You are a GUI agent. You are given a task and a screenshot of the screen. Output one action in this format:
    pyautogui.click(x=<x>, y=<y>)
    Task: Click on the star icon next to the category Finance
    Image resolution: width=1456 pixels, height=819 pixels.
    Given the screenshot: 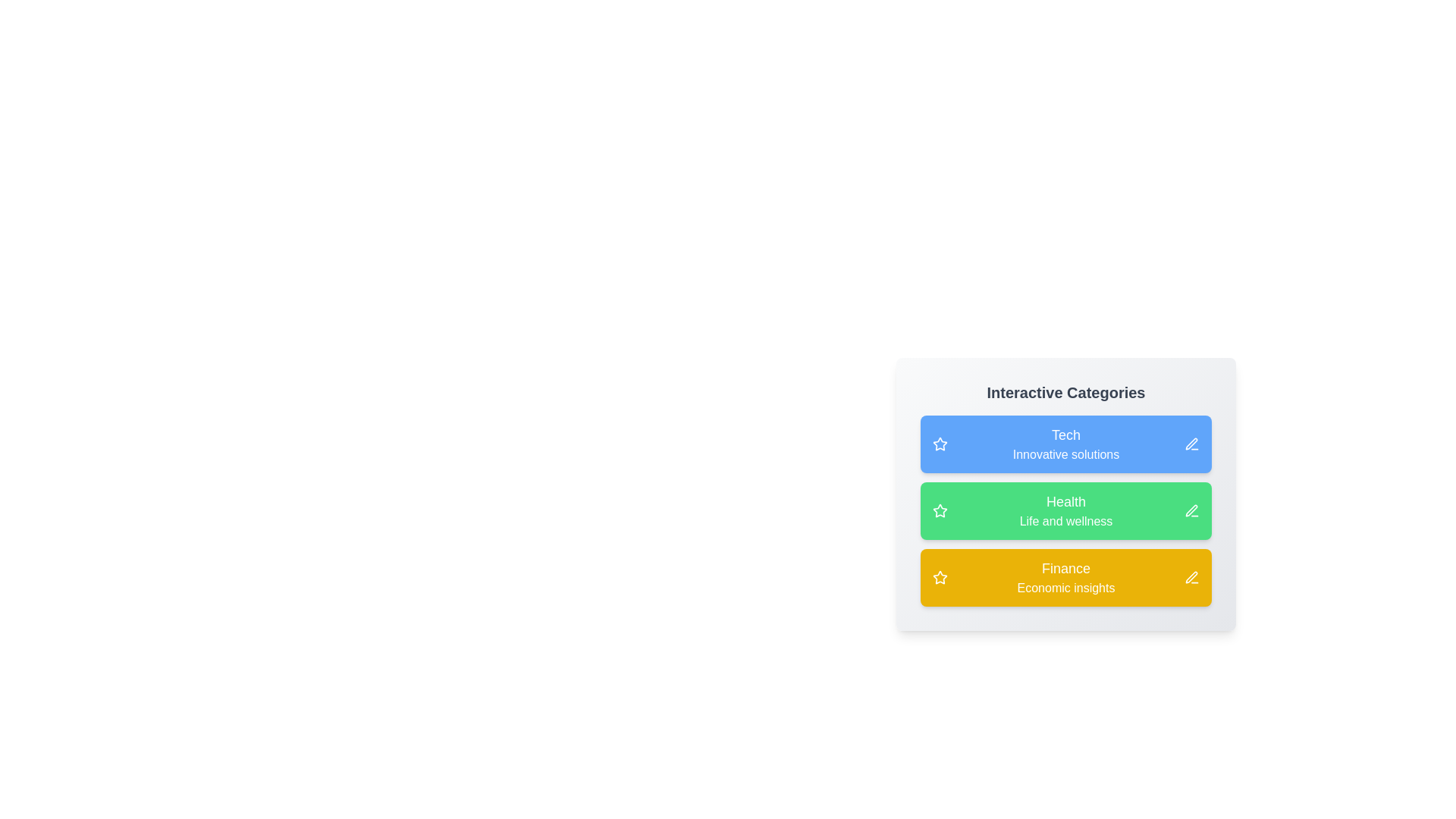 What is the action you would take?
    pyautogui.click(x=939, y=578)
    